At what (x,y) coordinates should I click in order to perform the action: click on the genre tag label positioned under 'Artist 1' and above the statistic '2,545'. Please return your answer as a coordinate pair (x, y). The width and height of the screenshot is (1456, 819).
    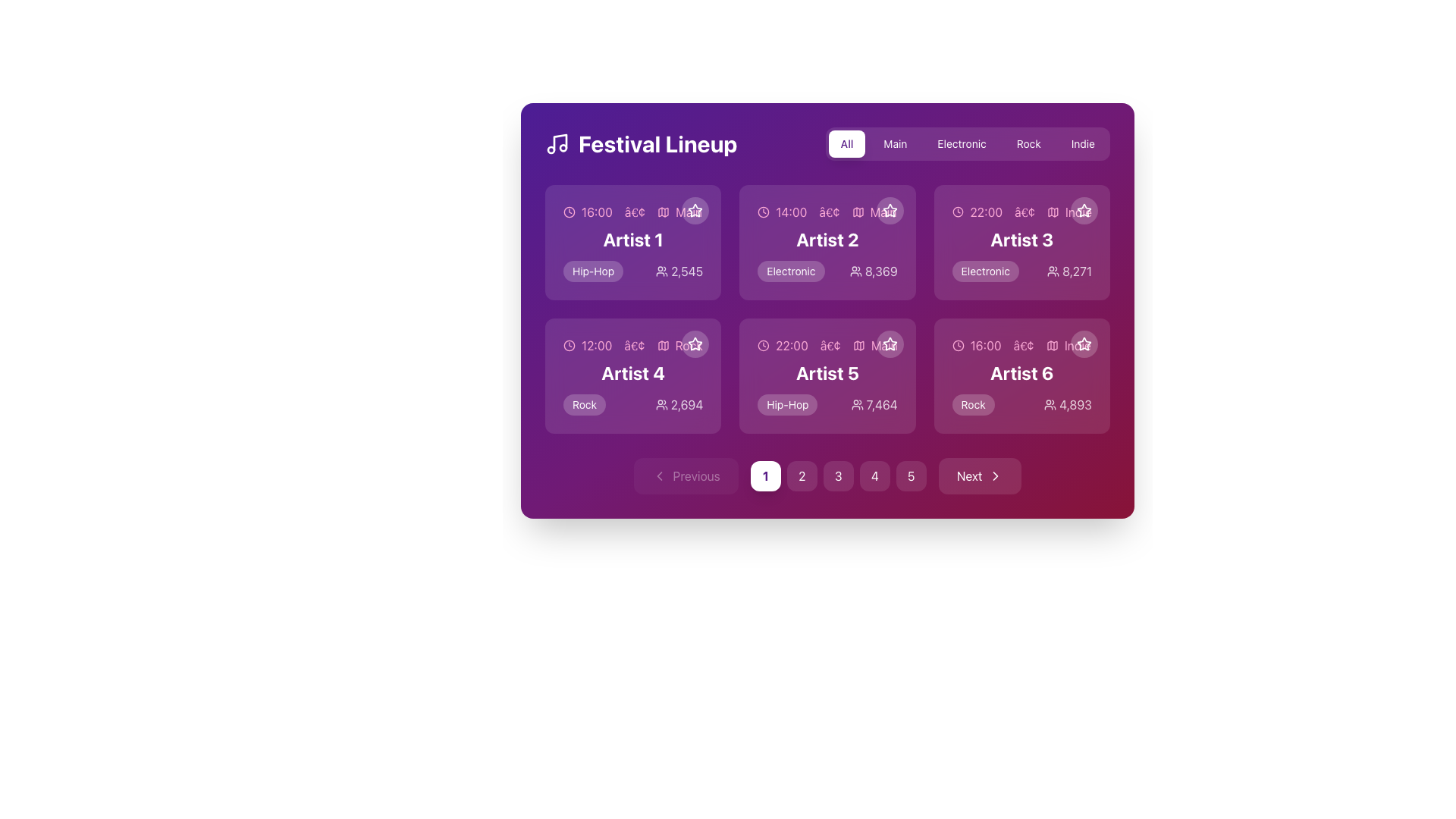
    Looking at the image, I should click on (592, 271).